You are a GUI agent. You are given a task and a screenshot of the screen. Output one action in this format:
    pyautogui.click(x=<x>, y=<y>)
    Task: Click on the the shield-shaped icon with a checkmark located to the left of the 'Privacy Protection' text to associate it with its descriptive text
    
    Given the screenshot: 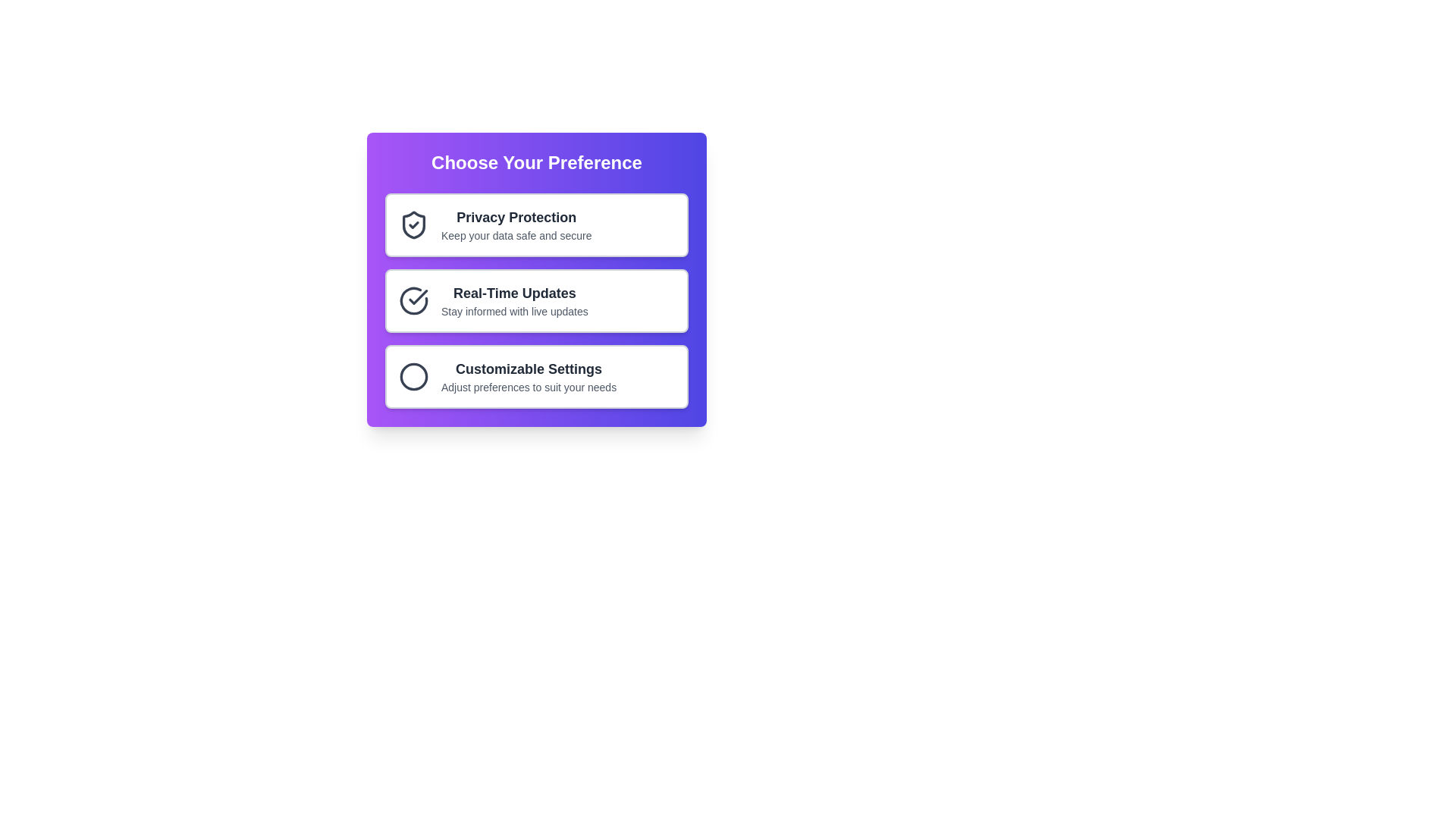 What is the action you would take?
    pyautogui.click(x=414, y=225)
    